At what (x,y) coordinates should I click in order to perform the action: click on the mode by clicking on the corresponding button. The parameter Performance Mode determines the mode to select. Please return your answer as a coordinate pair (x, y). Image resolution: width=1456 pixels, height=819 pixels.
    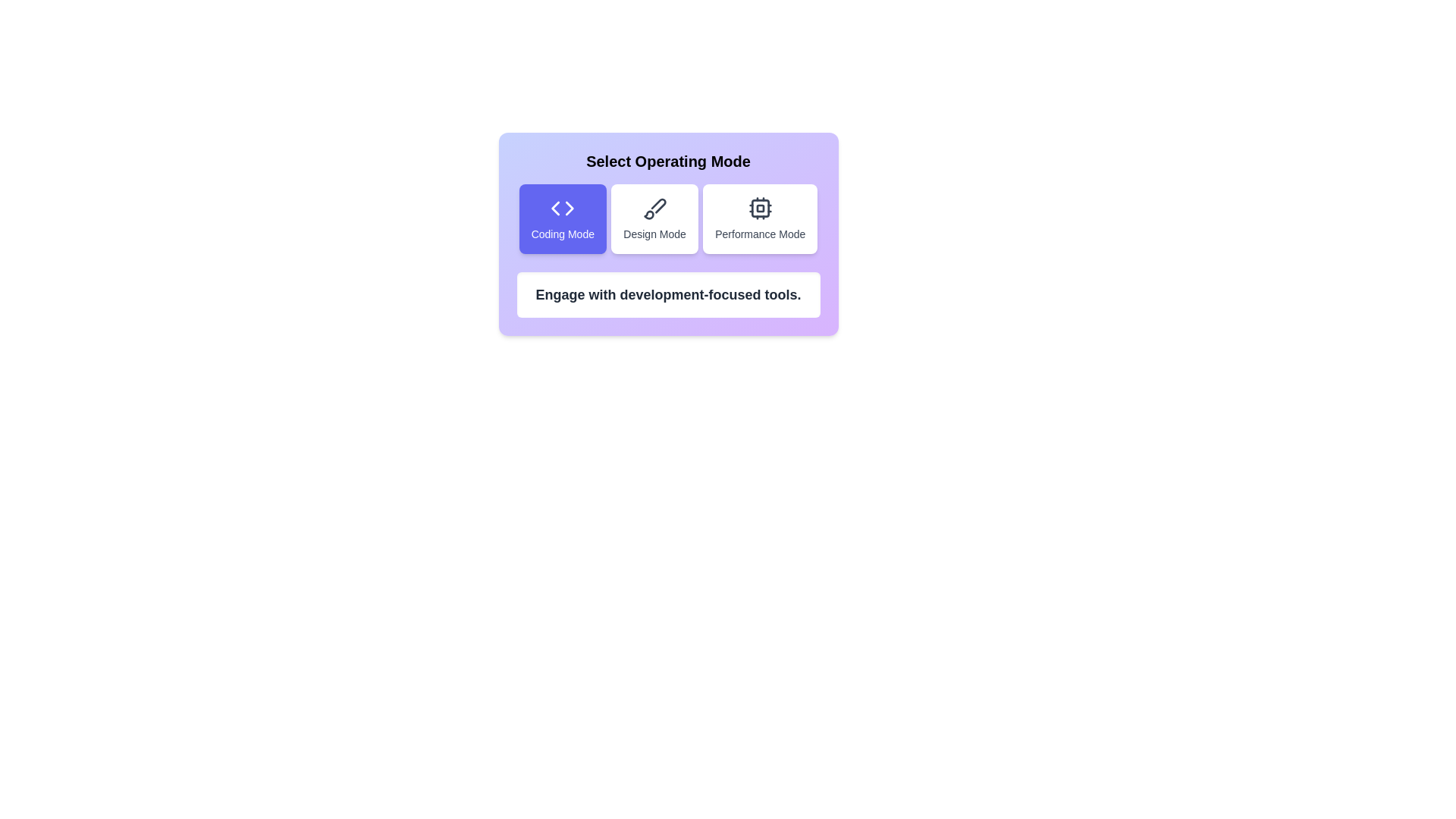
    Looking at the image, I should click on (760, 219).